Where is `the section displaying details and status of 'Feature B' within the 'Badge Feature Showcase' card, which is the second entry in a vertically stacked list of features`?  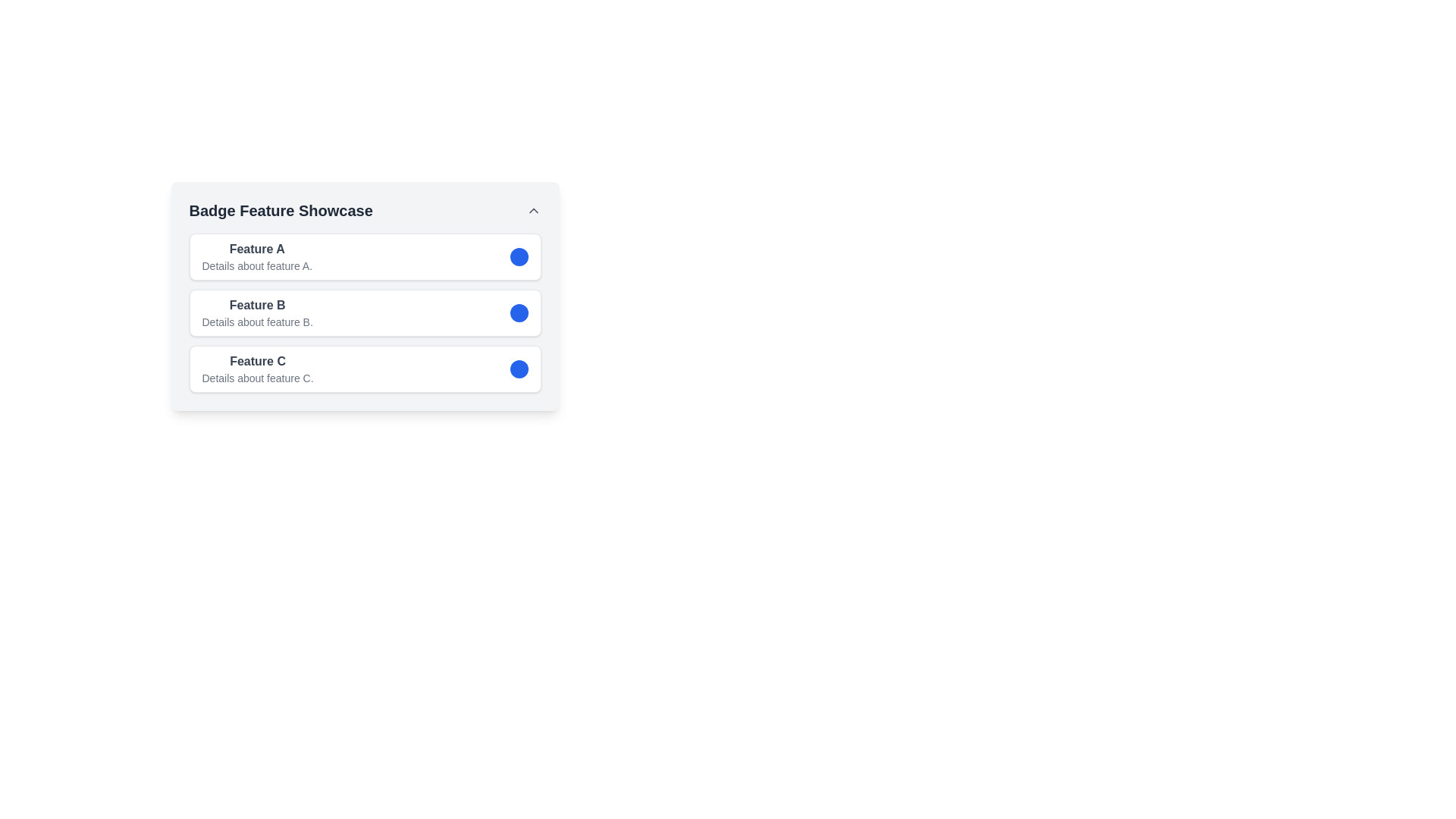 the section displaying details and status of 'Feature B' within the 'Badge Feature Showcase' card, which is the second entry in a vertically stacked list of features is located at coordinates (365, 312).